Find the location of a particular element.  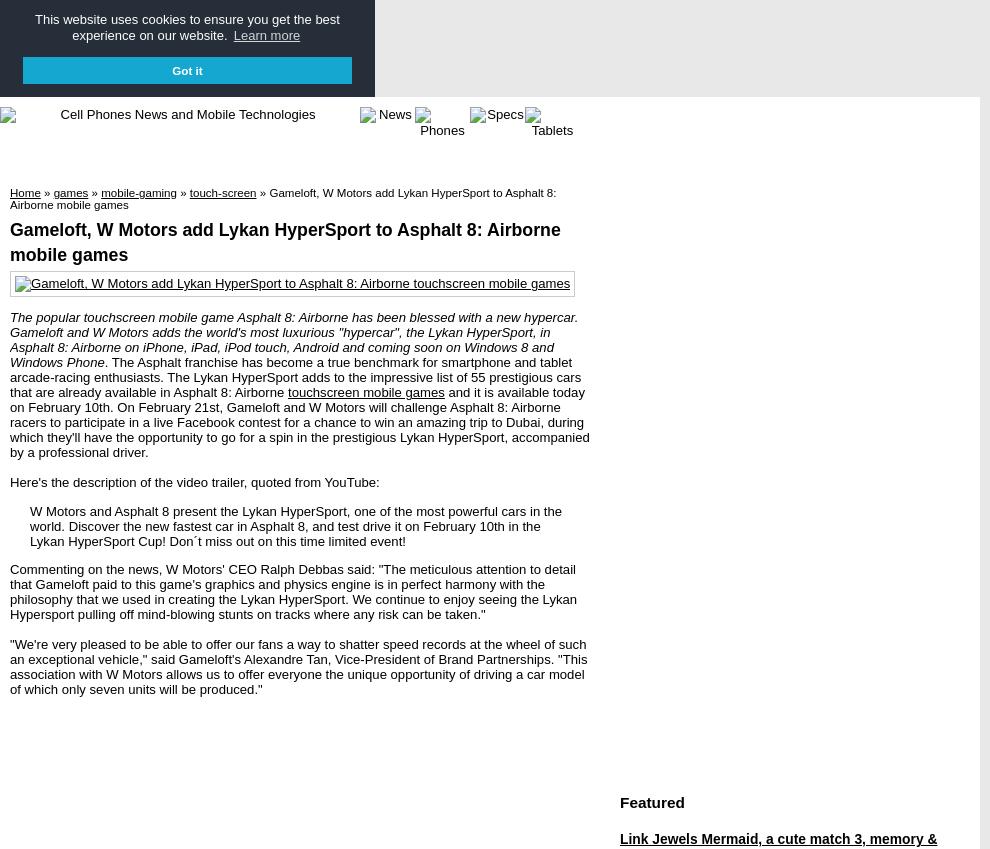

'games' is located at coordinates (70, 191).